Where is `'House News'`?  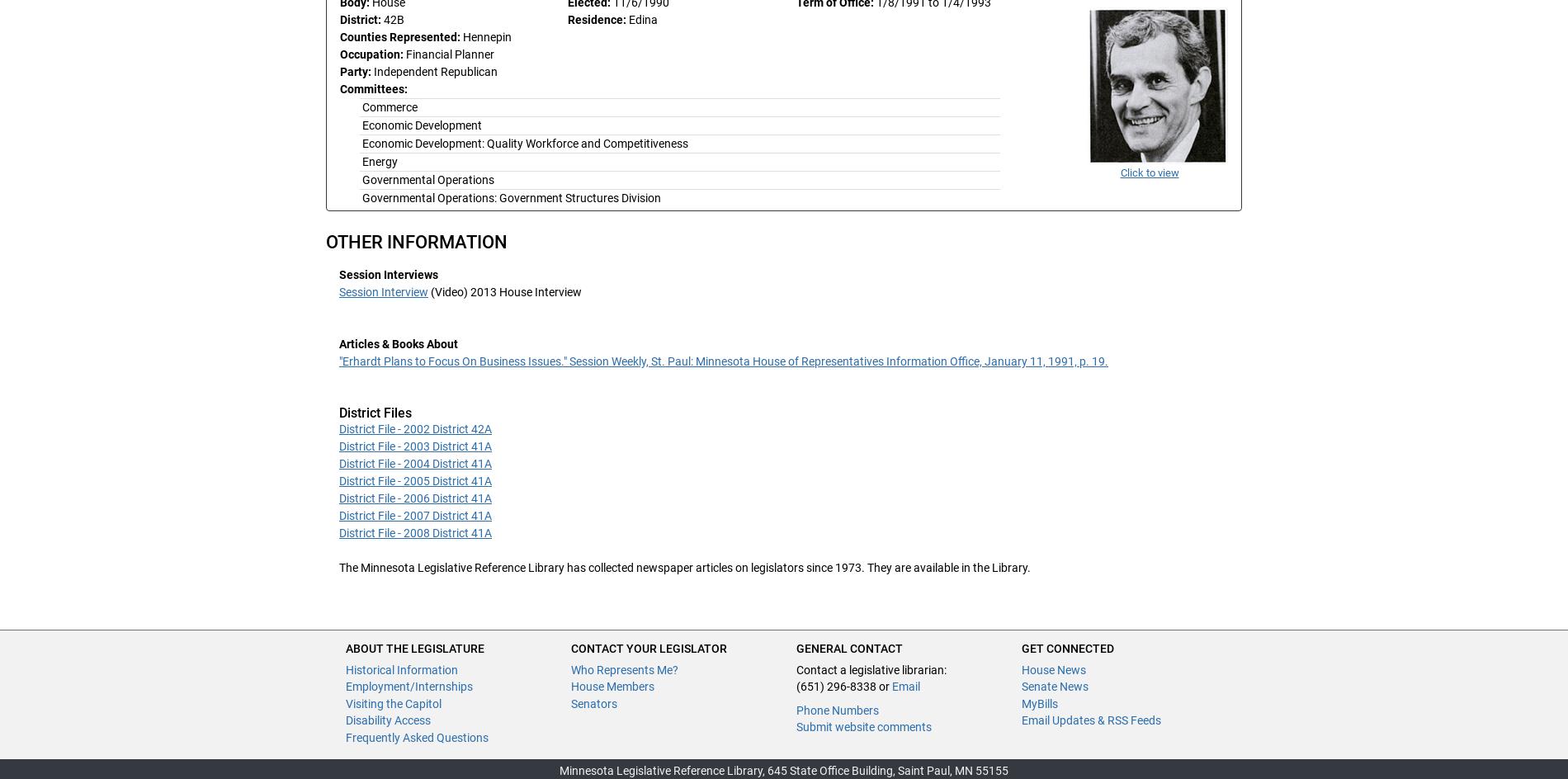 'House News' is located at coordinates (1021, 668).